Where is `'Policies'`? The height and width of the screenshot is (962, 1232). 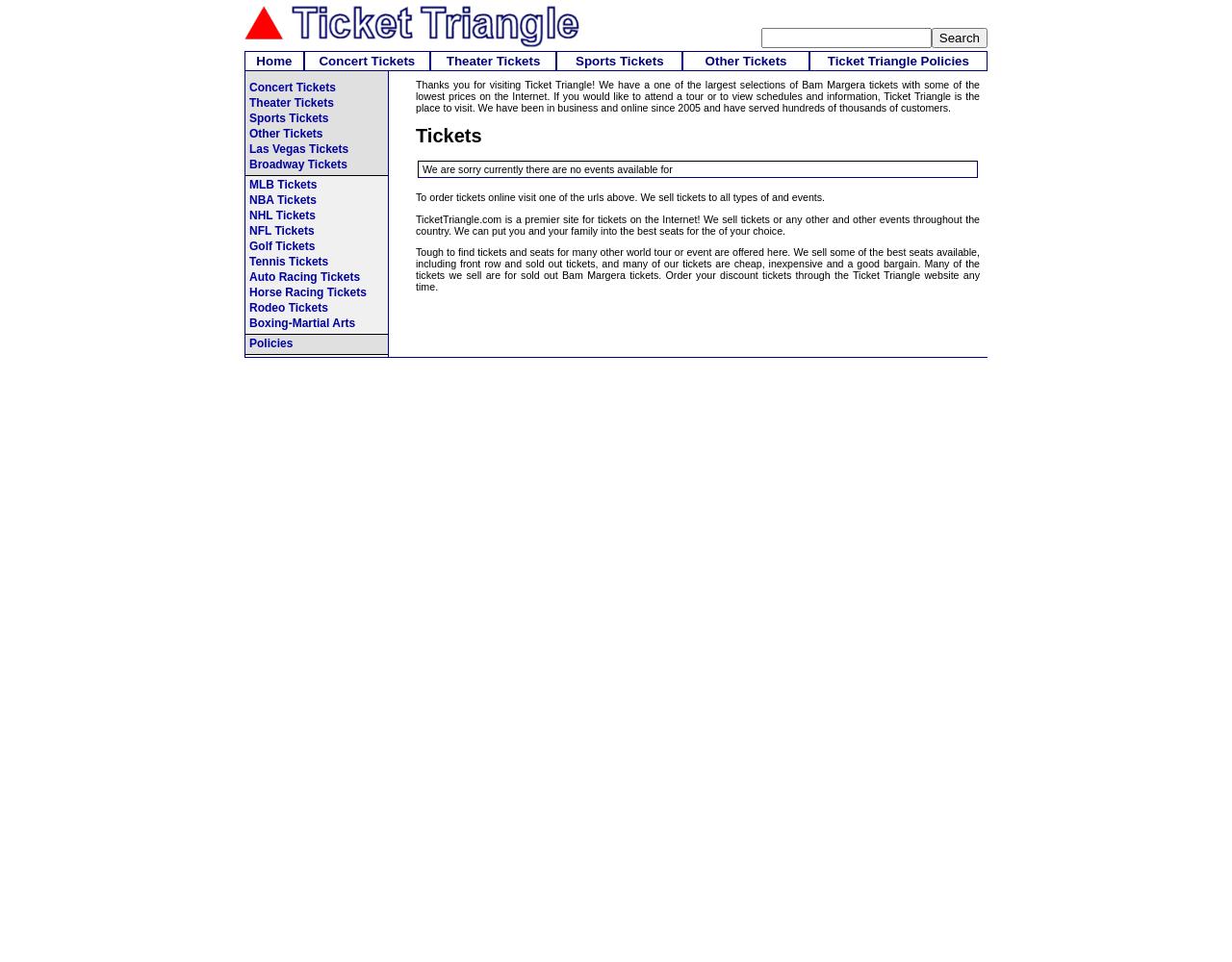
'Policies' is located at coordinates (269, 342).